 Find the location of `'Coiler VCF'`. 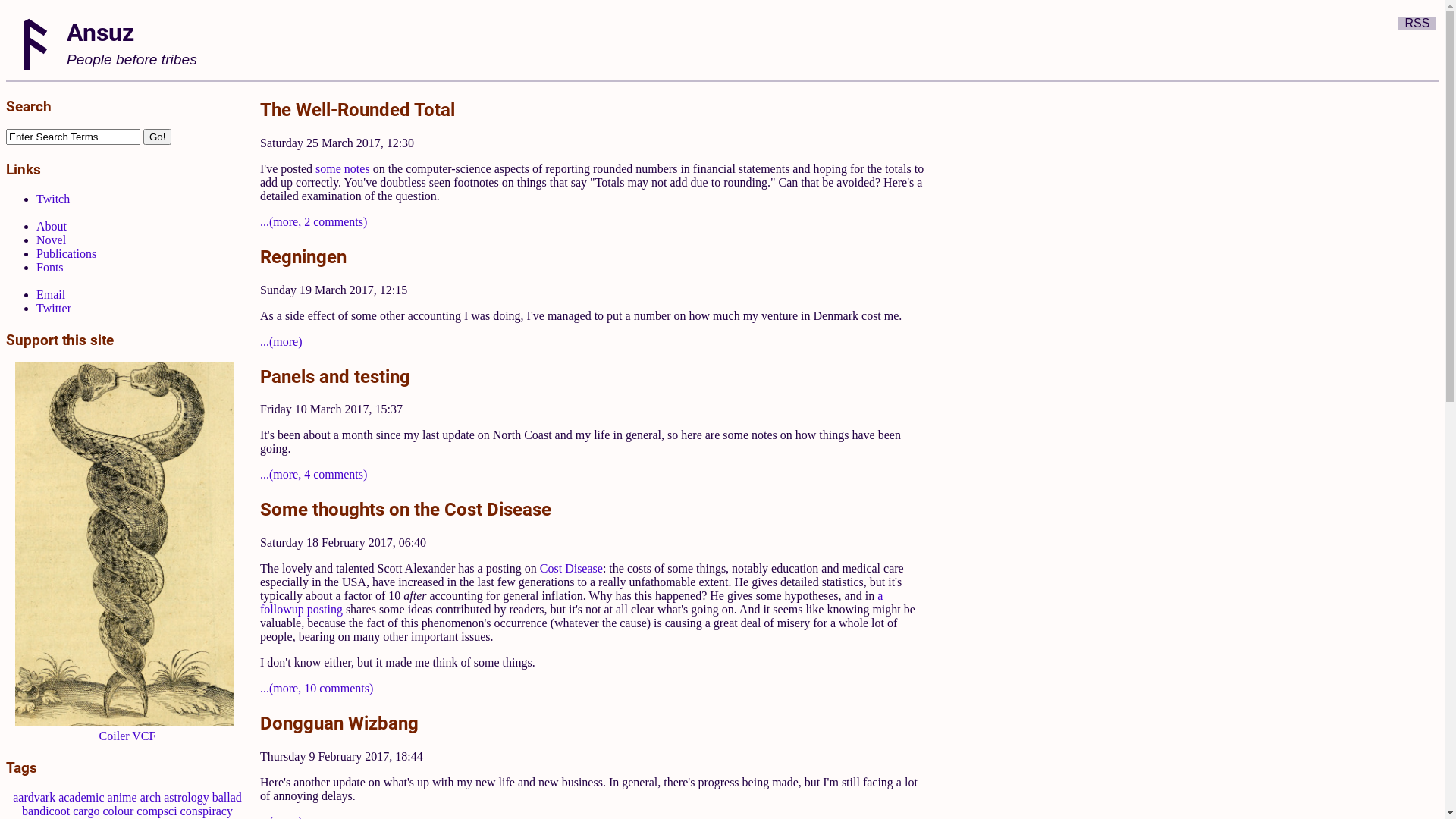

'Coiler VCF' is located at coordinates (127, 735).